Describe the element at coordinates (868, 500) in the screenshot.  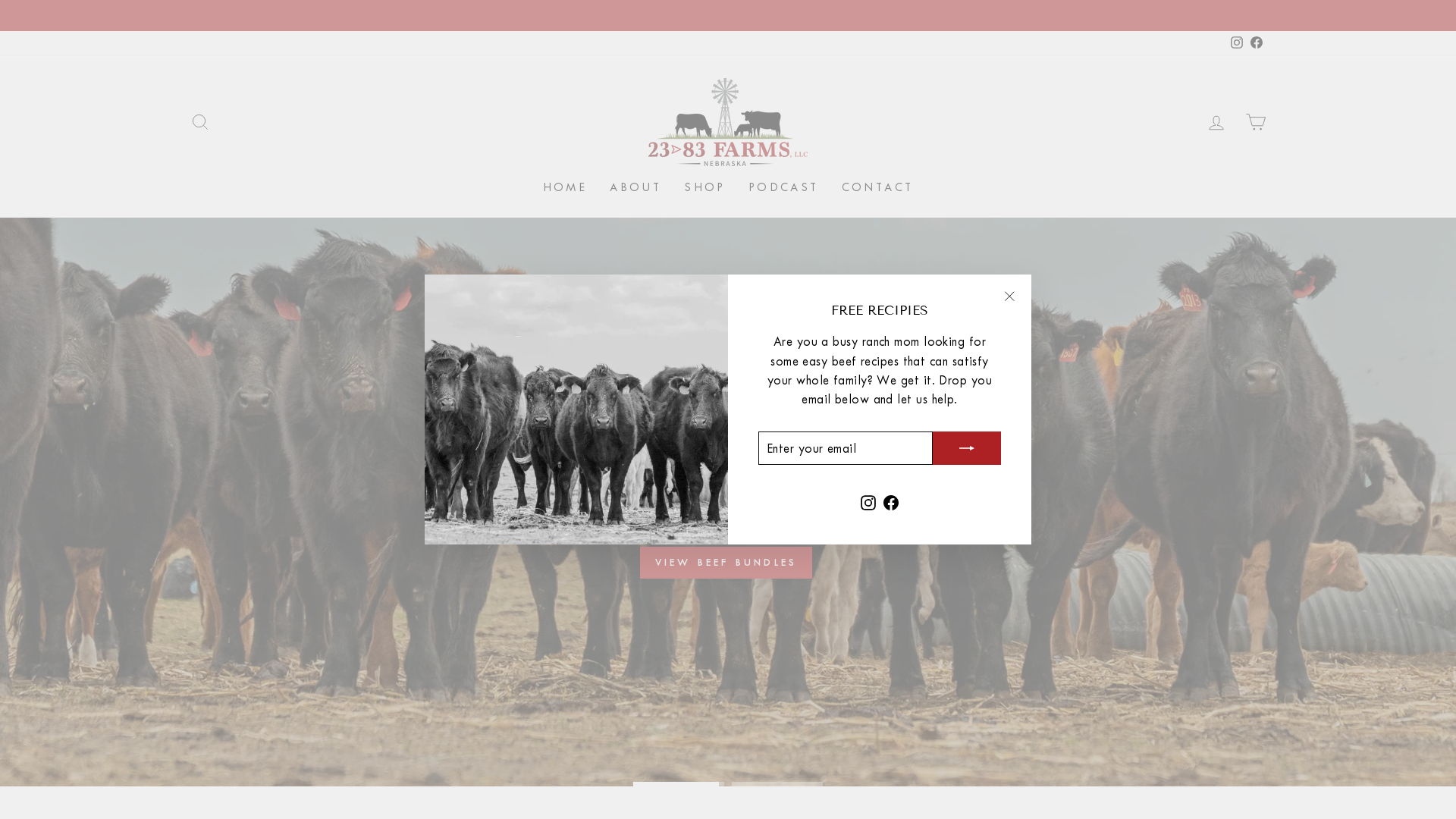
I see `'Instagram'` at that location.